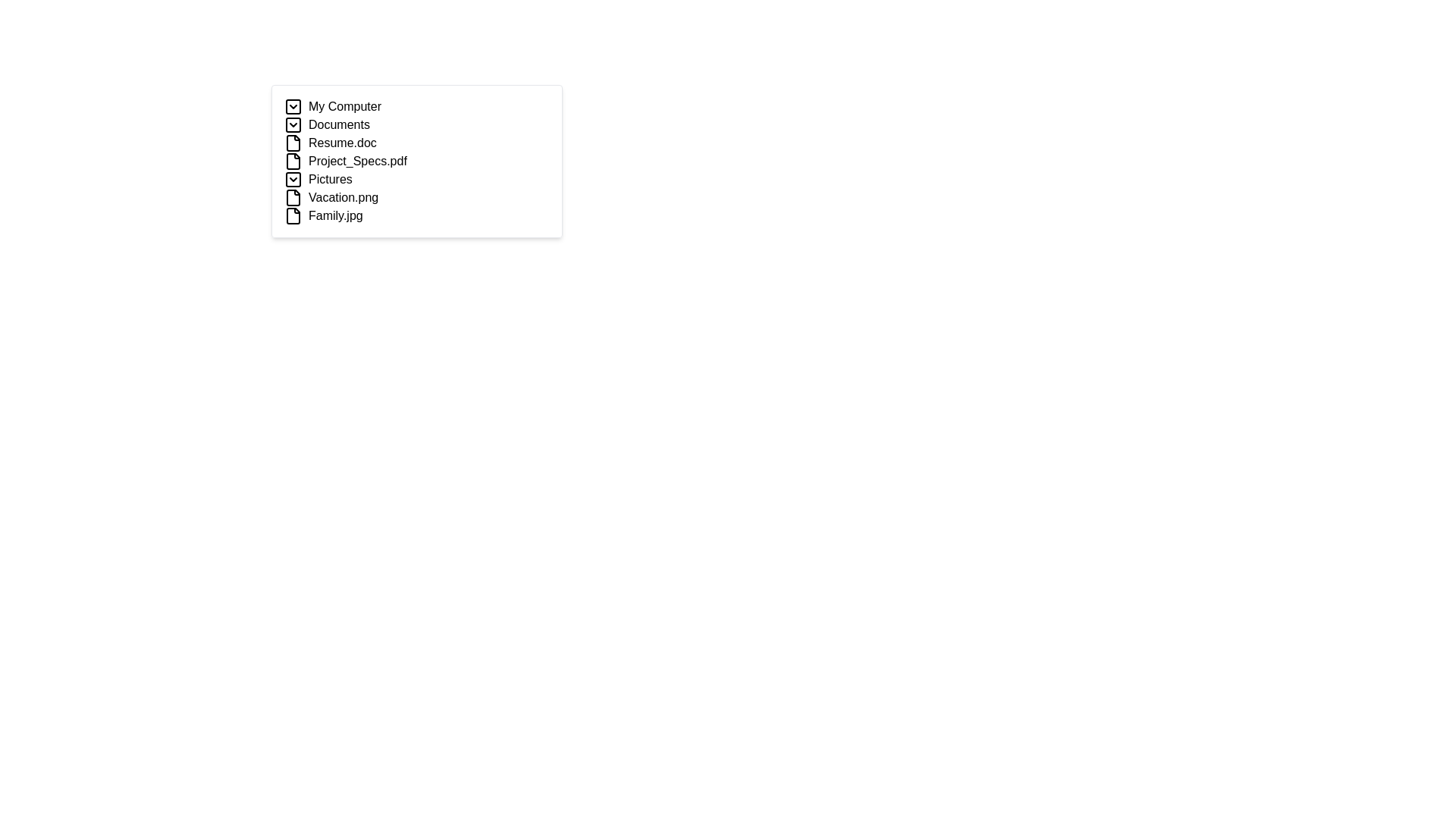 Image resolution: width=1456 pixels, height=819 pixels. What do you see at coordinates (343, 197) in the screenshot?
I see `the text label for the file named 'Vacation.png'` at bounding box center [343, 197].